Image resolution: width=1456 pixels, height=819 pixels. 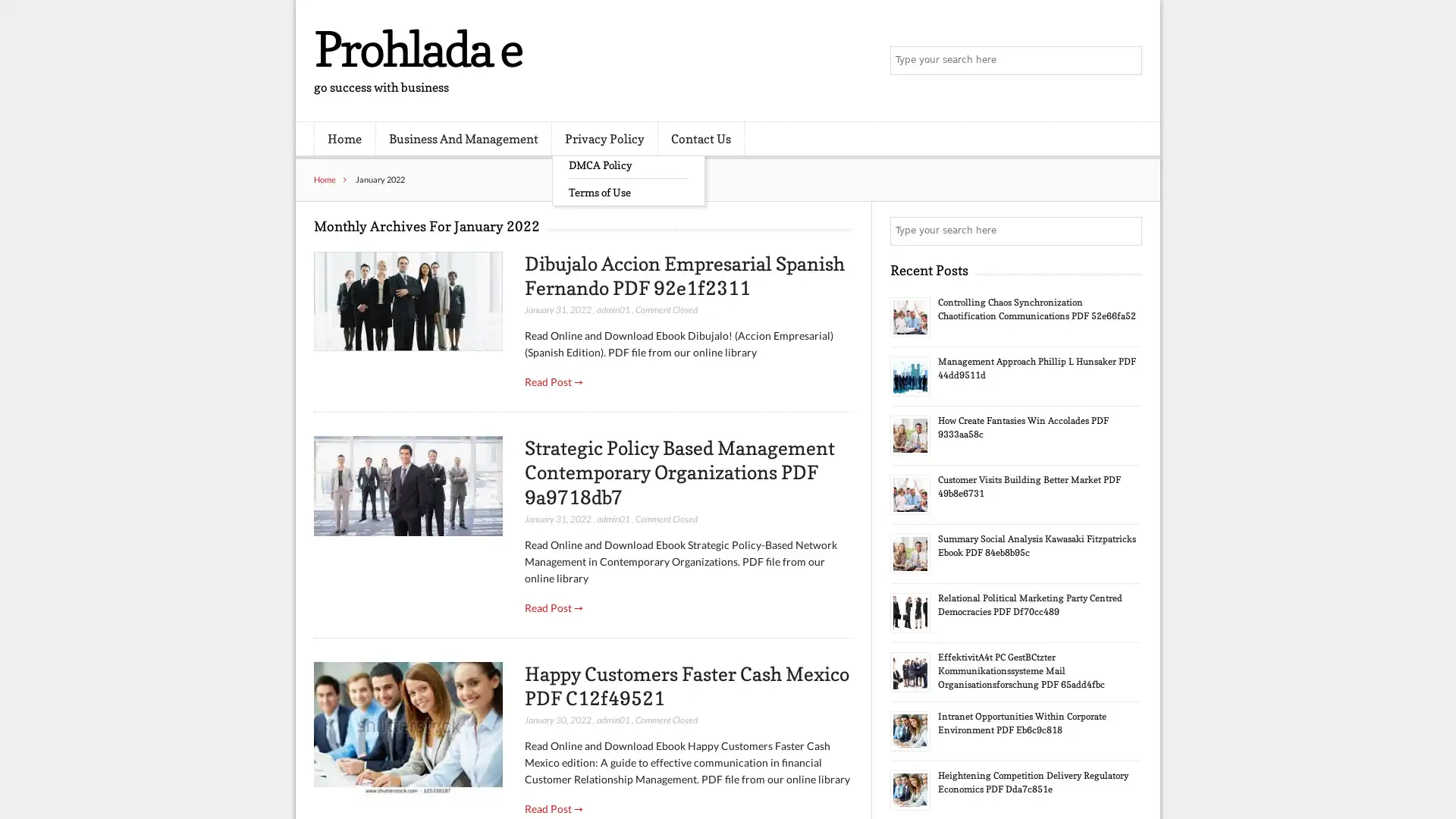 I want to click on Search, so click(x=1126, y=61).